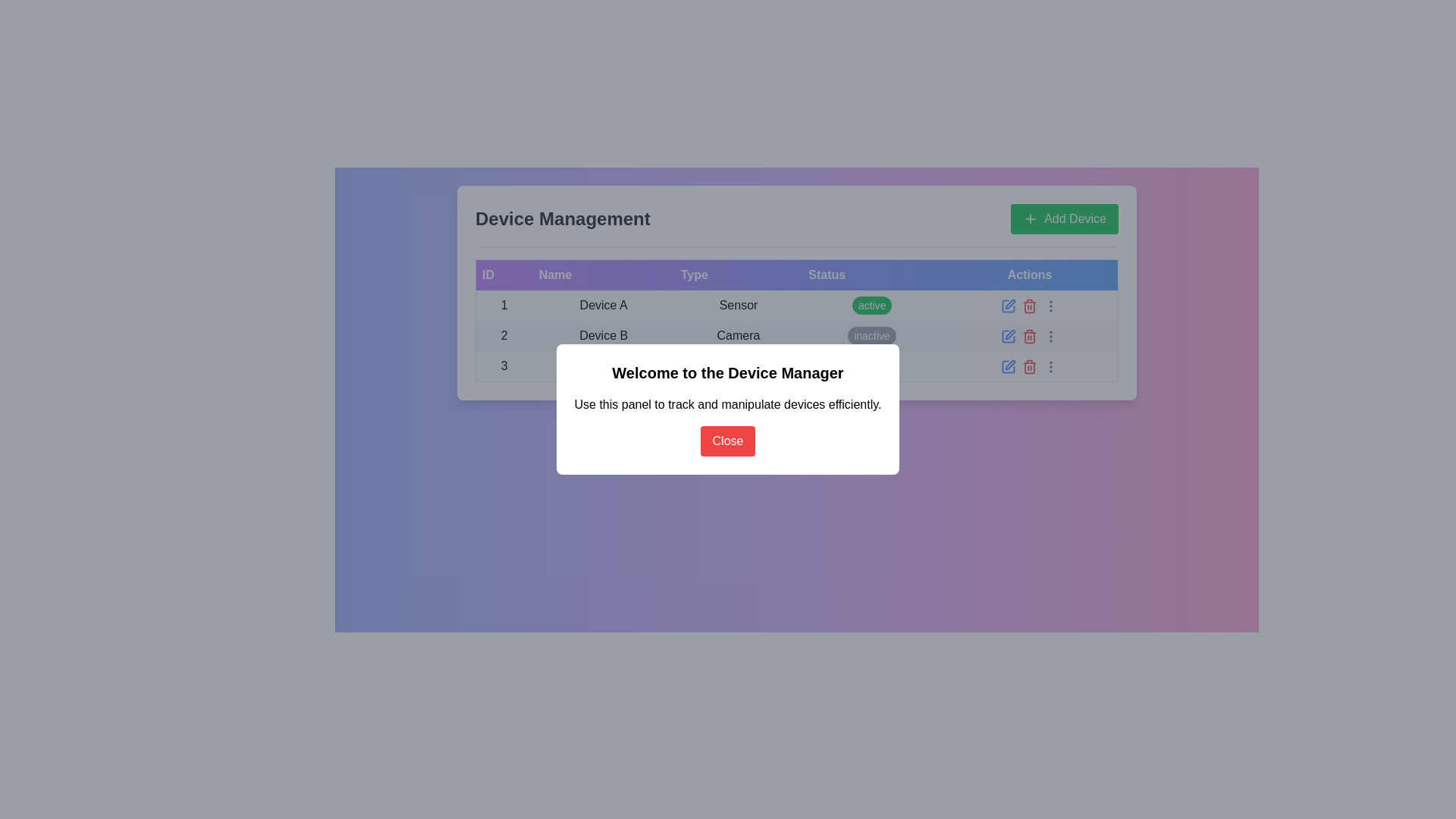 The width and height of the screenshot is (1456, 819). What do you see at coordinates (872, 305) in the screenshot?
I see `the 'active' badge element in the 'Status' column for 'Device A' in the Device Management table to understand the device status` at bounding box center [872, 305].